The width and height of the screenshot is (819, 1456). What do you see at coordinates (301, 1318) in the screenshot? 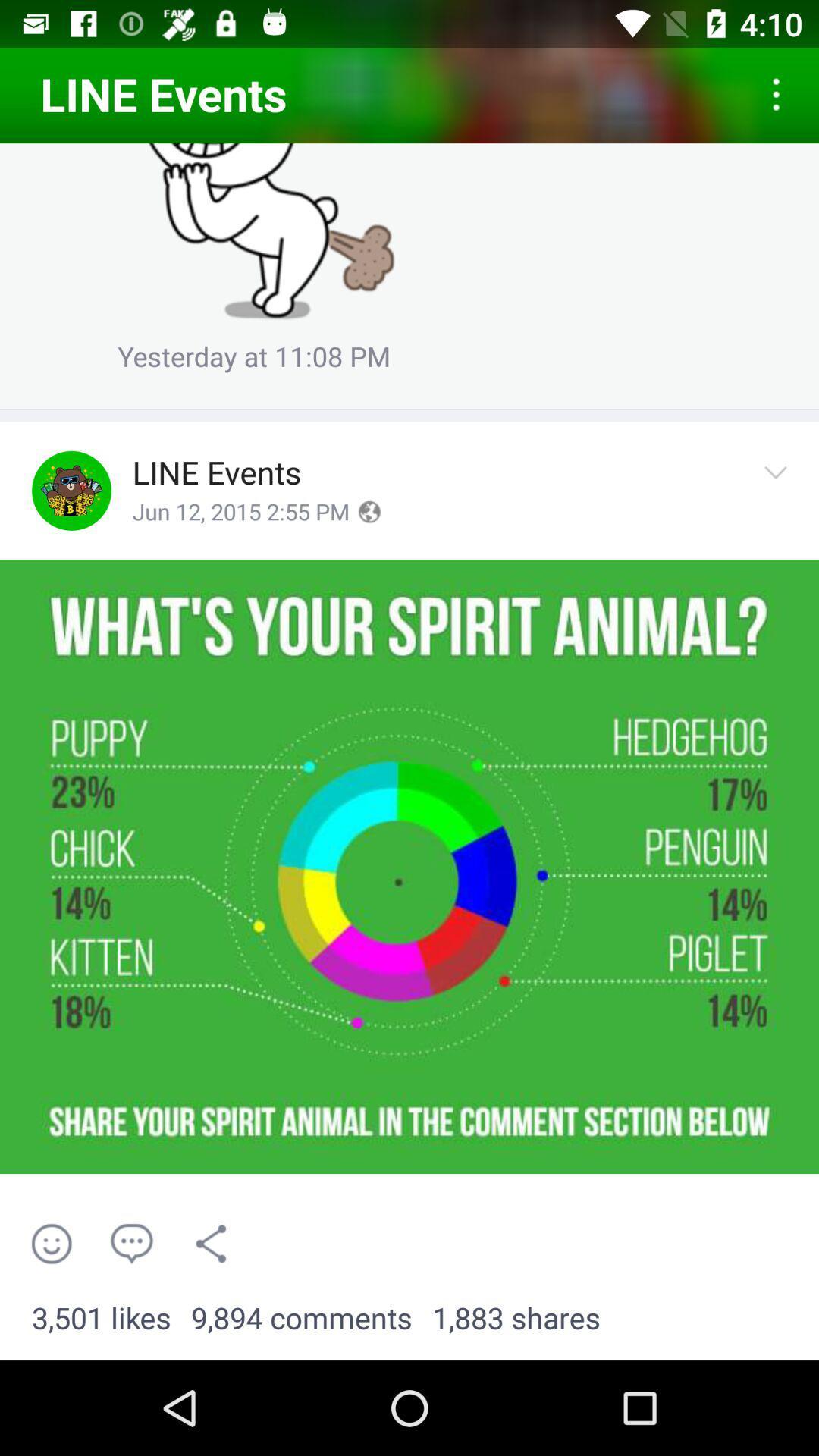
I see `icon to the left of the 1,883 shares item` at bounding box center [301, 1318].